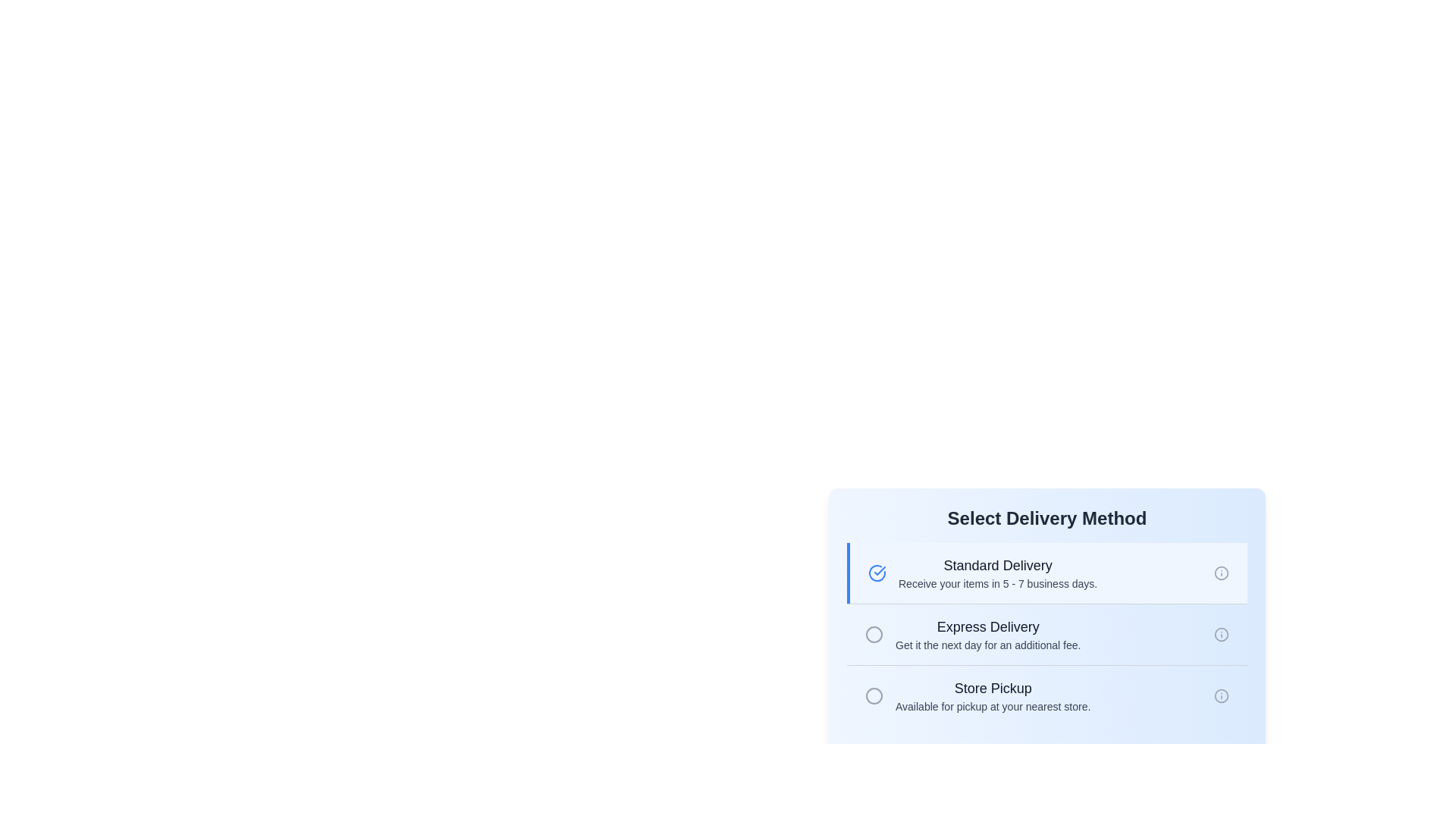 The image size is (1456, 819). I want to click on the bold 'Store Pickup' label located near the bottom of the delivery method selection panel, which is styled in dark gray and is medium-large in font size, so click(993, 688).